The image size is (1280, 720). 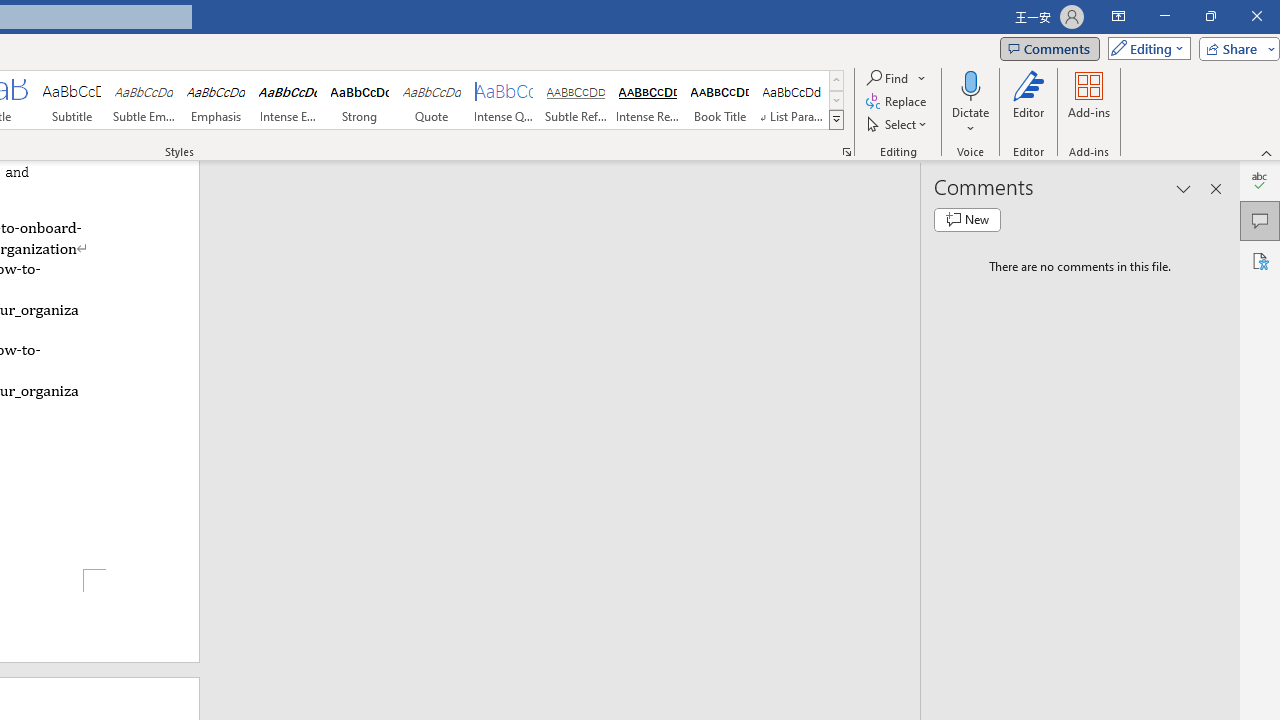 What do you see at coordinates (1144, 47) in the screenshot?
I see `'Editing'` at bounding box center [1144, 47].